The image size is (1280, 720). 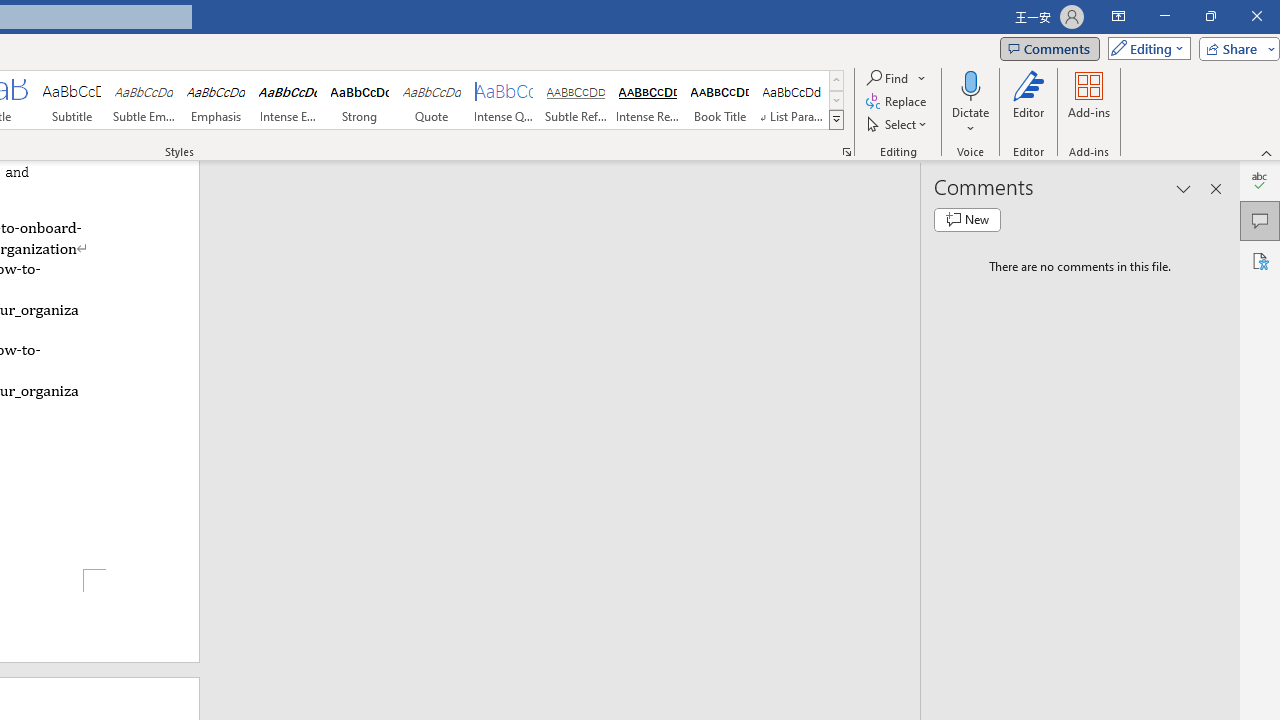 What do you see at coordinates (1144, 47) in the screenshot?
I see `'Editing'` at bounding box center [1144, 47].